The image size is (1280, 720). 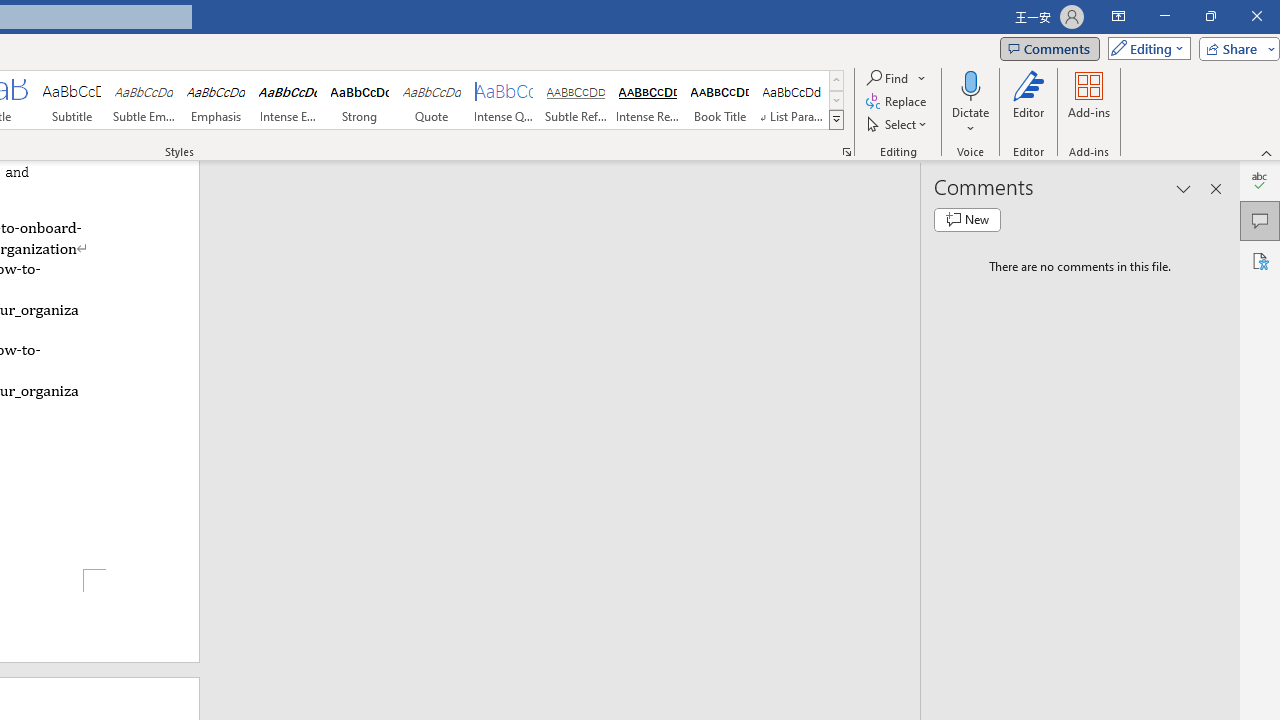 What do you see at coordinates (1144, 47) in the screenshot?
I see `'Editing'` at bounding box center [1144, 47].